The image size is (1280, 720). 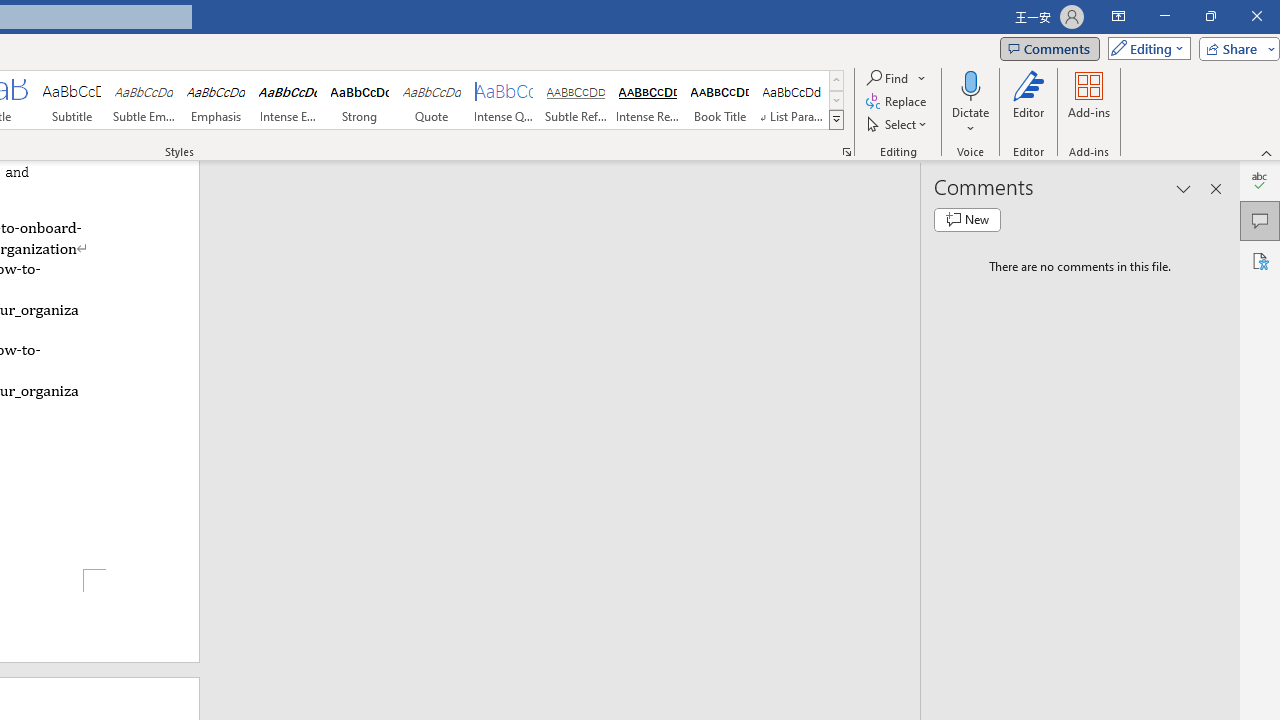 What do you see at coordinates (1144, 47) in the screenshot?
I see `'Editing'` at bounding box center [1144, 47].